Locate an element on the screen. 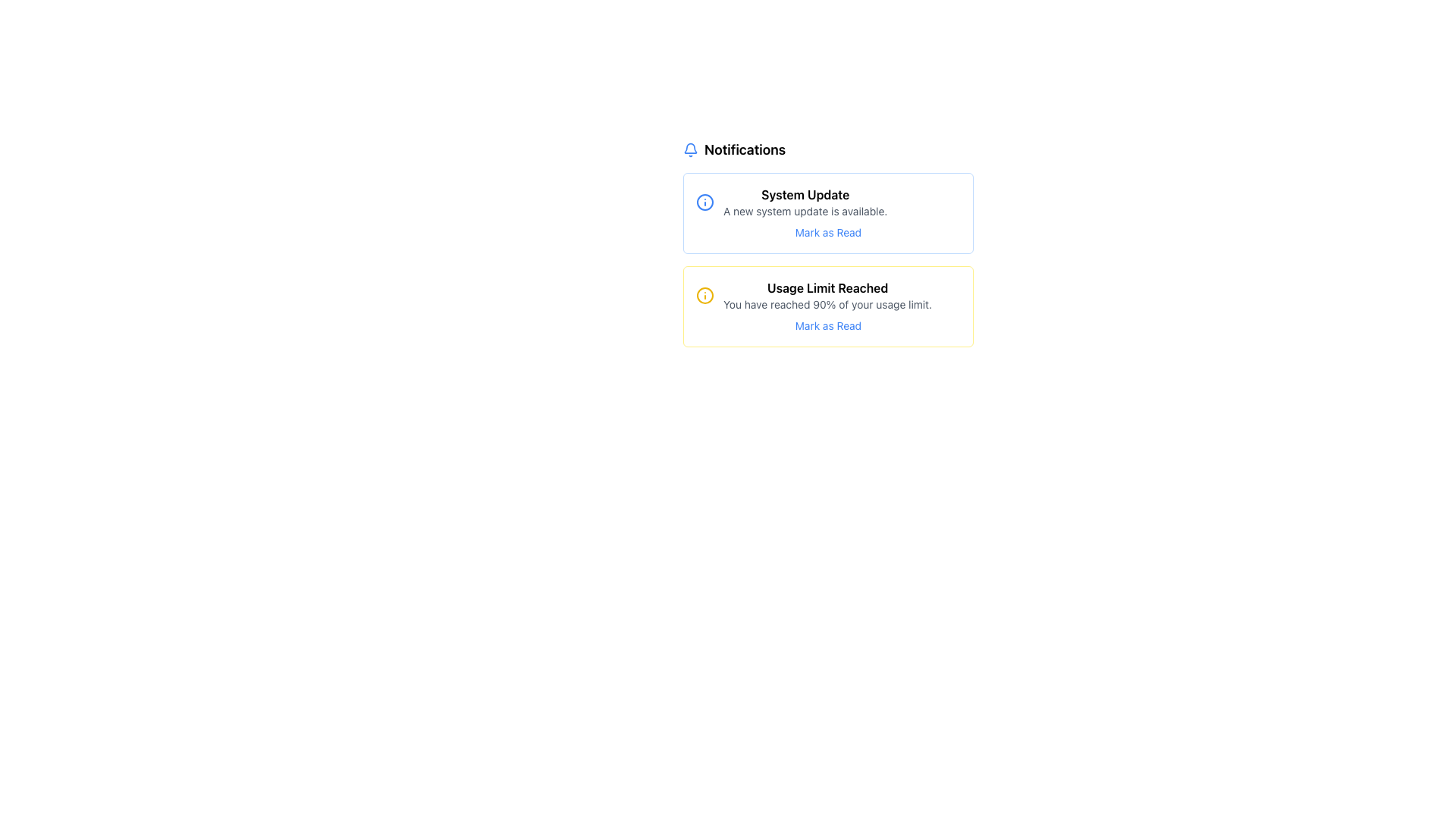 The width and height of the screenshot is (1456, 819). the blue bell-shaped icon located to the left of the text 'Notifications' in the header section, as it may be interactive is located at coordinates (690, 149).